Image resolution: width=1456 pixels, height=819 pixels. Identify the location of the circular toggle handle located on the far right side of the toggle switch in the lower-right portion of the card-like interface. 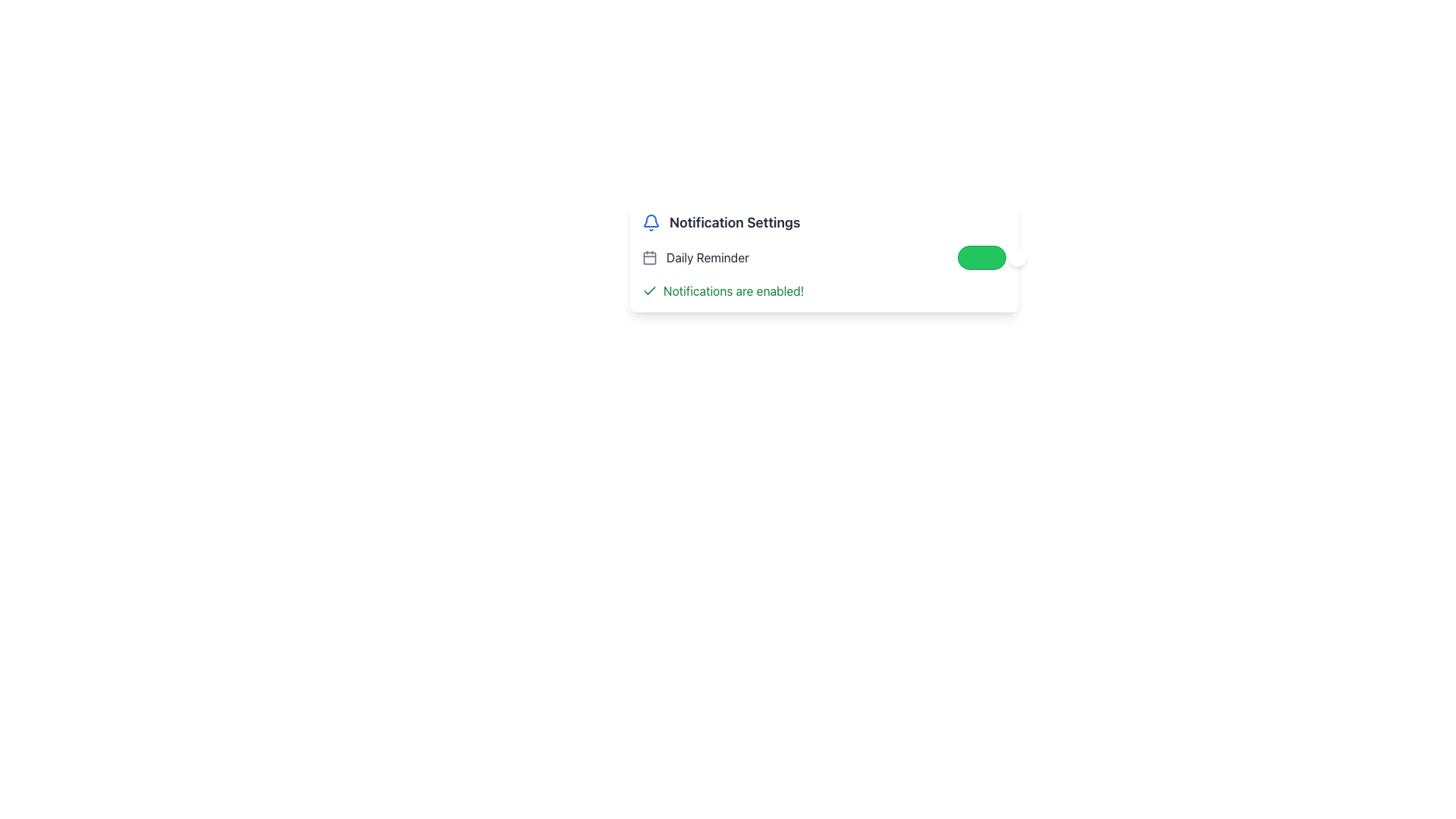
(1018, 256).